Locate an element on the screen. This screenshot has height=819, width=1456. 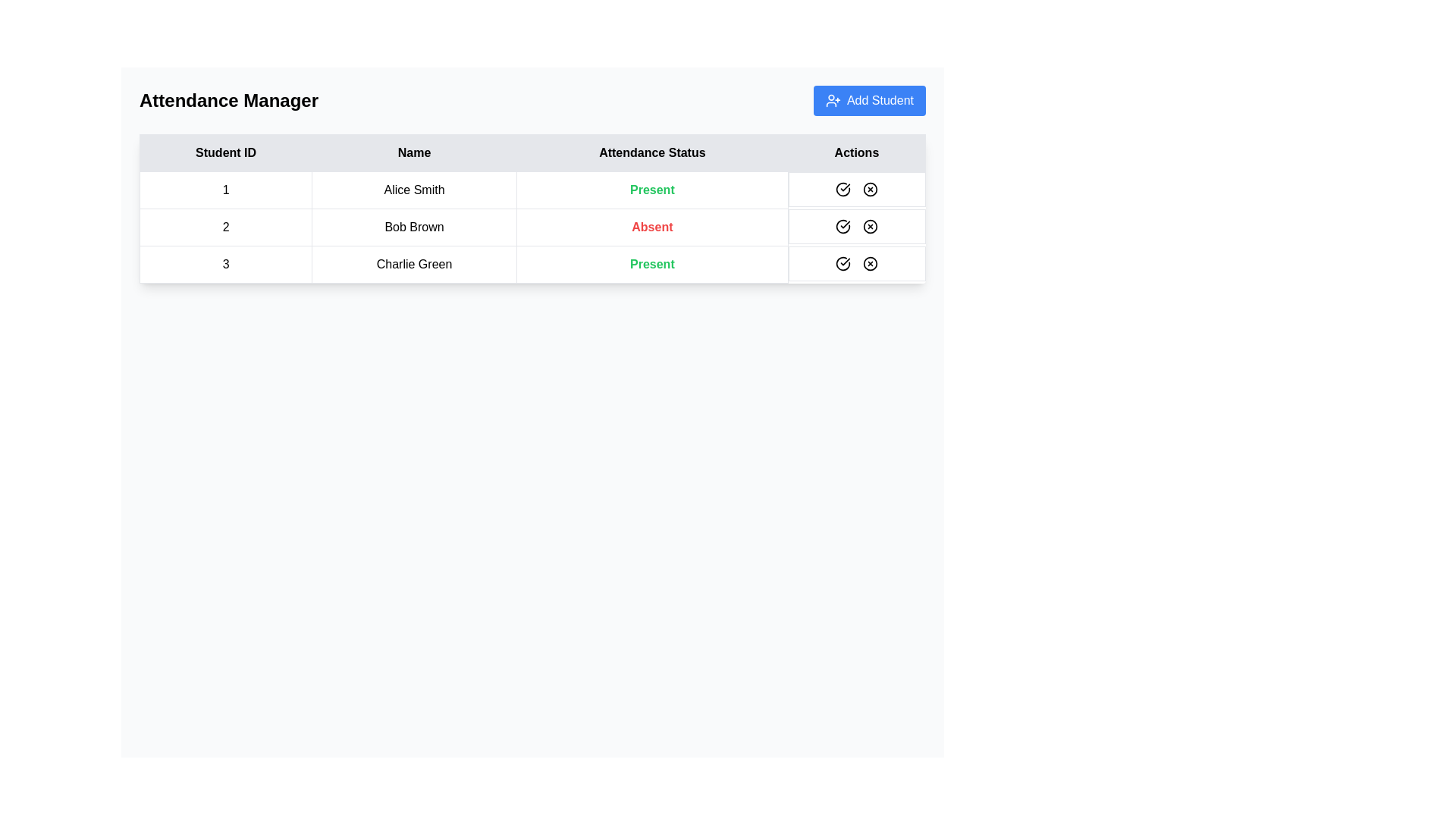
the circular graphical icon component located in the Action column of the second row associated with the entry labeled 'Bob Brown' is located at coordinates (871, 226).